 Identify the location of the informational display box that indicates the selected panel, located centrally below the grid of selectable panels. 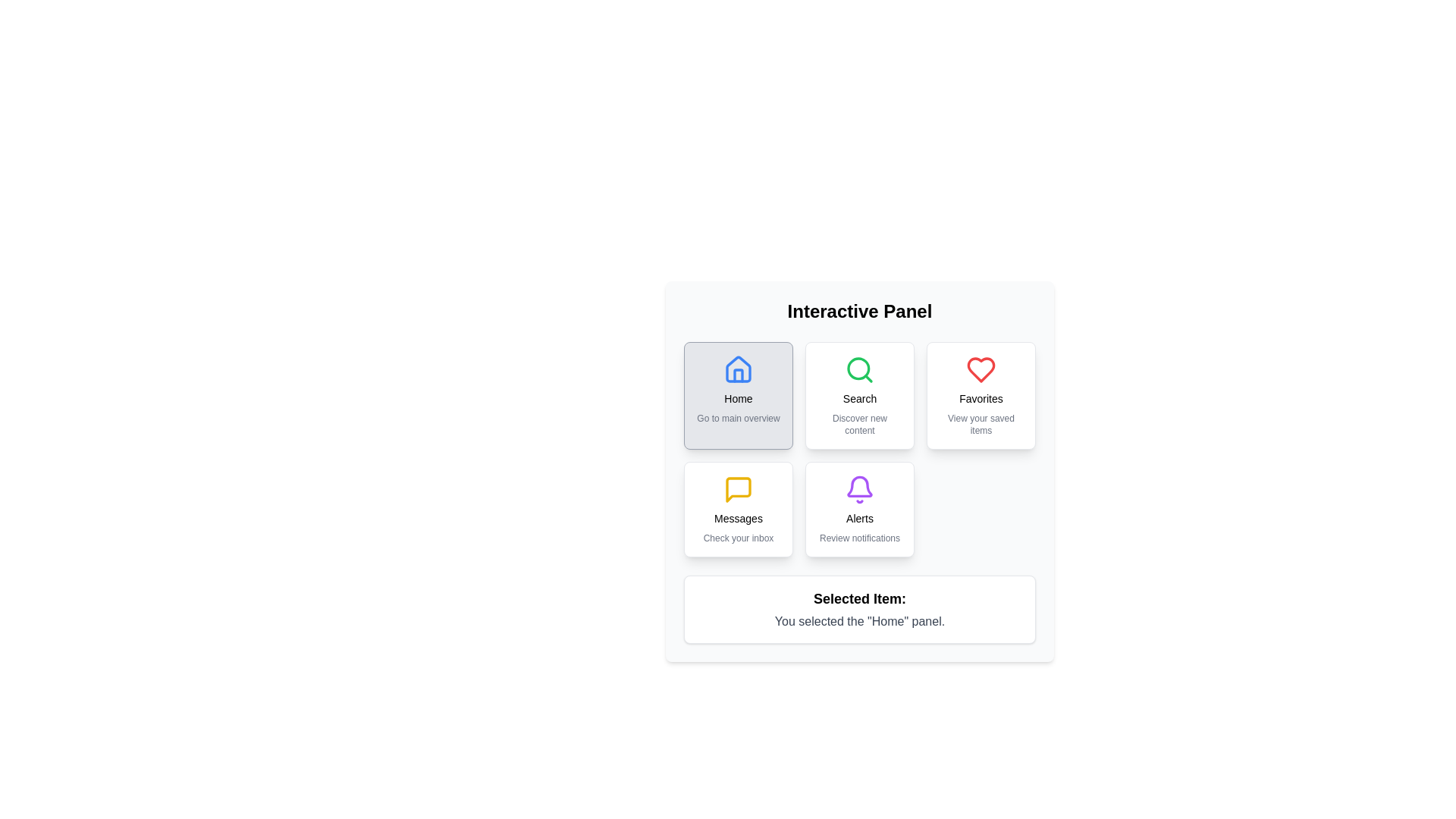
(859, 608).